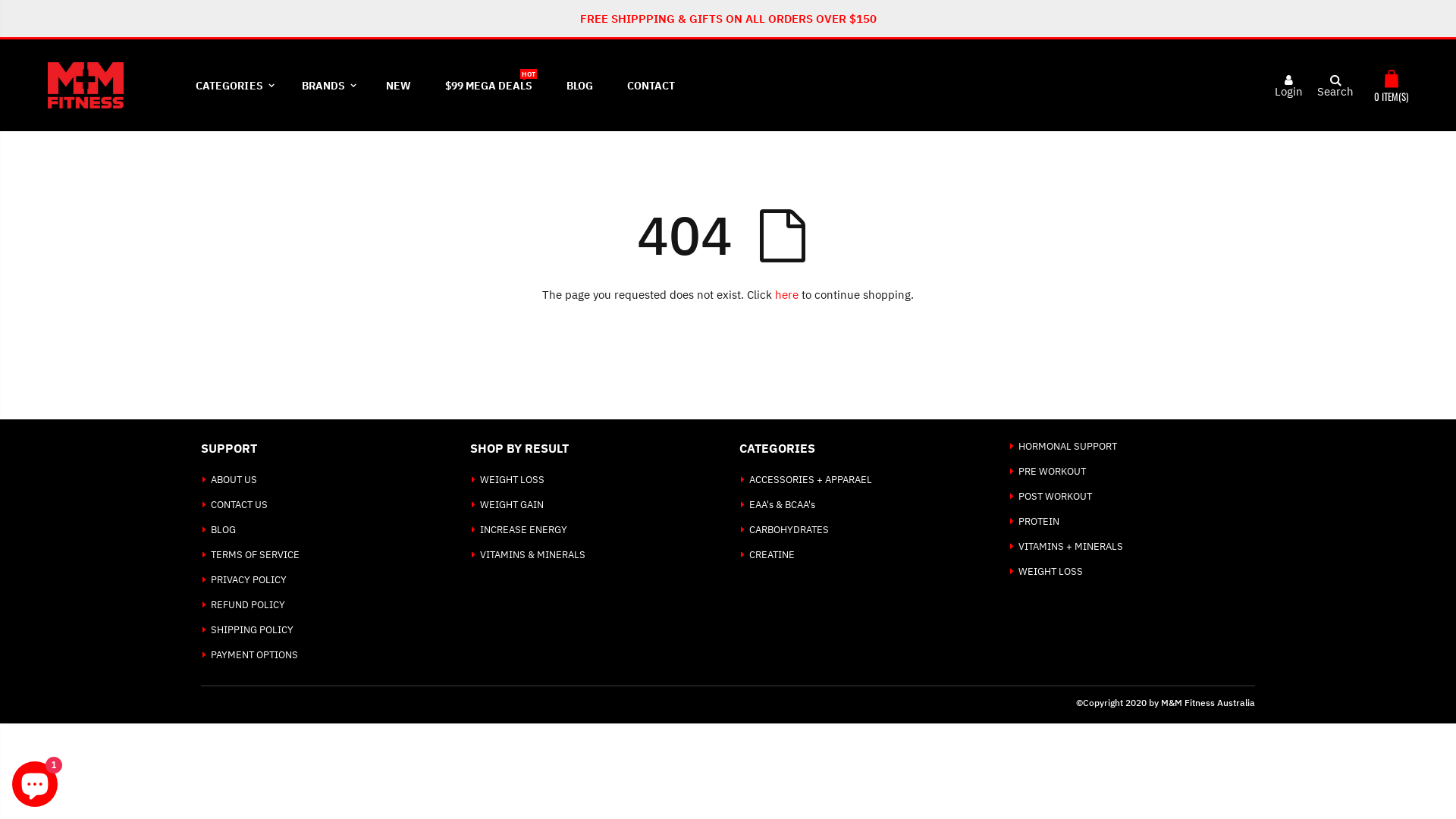  What do you see at coordinates (1054, 496) in the screenshot?
I see `'POST WORKOUT'` at bounding box center [1054, 496].